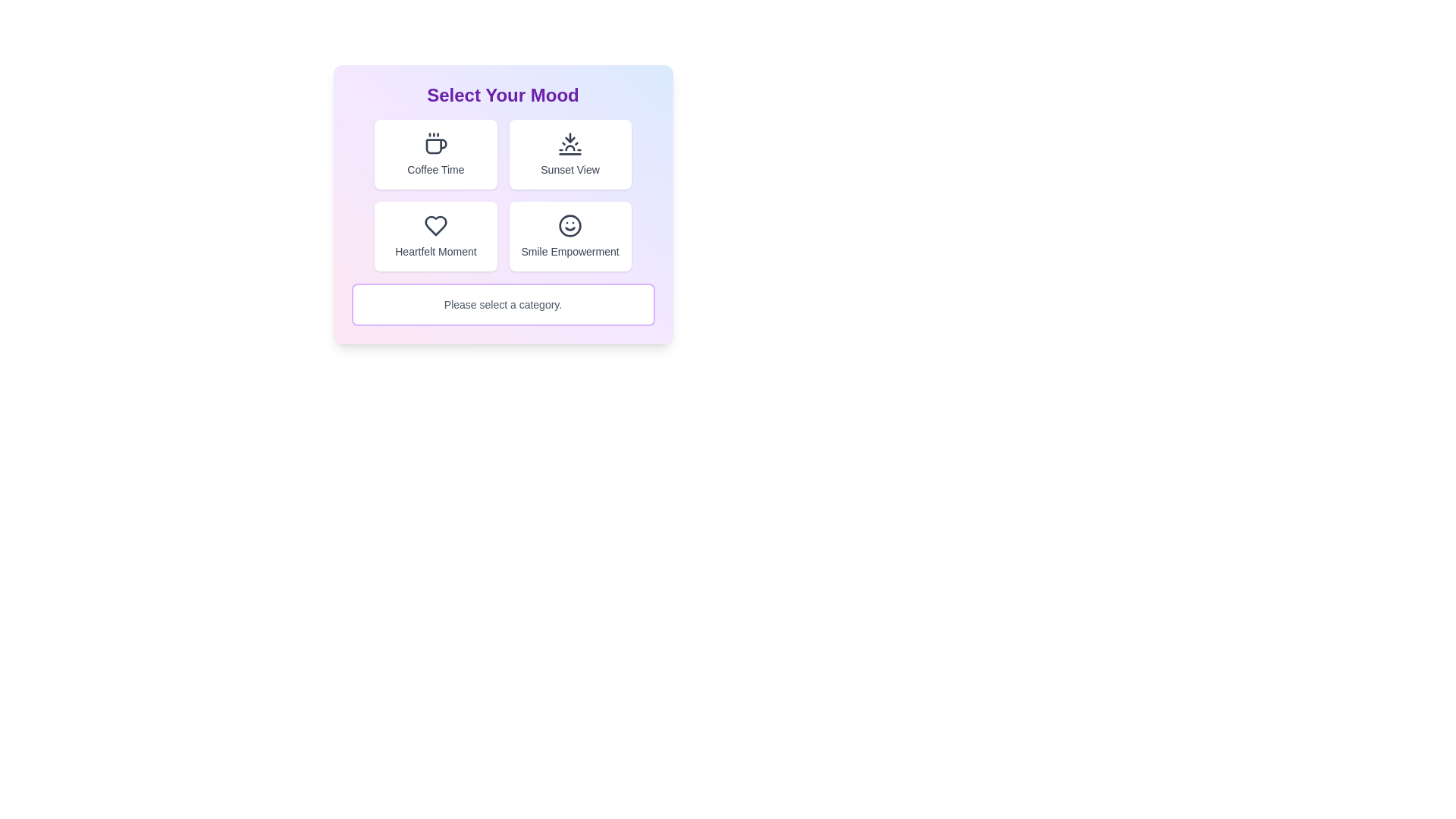 This screenshot has height=819, width=1456. I want to click on the 'Sunset View' button, which is a rectangular button with rounded borders, a white background, and contains a sunset icon above the text in gray font, located in the grid layout as the second item in the top row, so click(570, 155).